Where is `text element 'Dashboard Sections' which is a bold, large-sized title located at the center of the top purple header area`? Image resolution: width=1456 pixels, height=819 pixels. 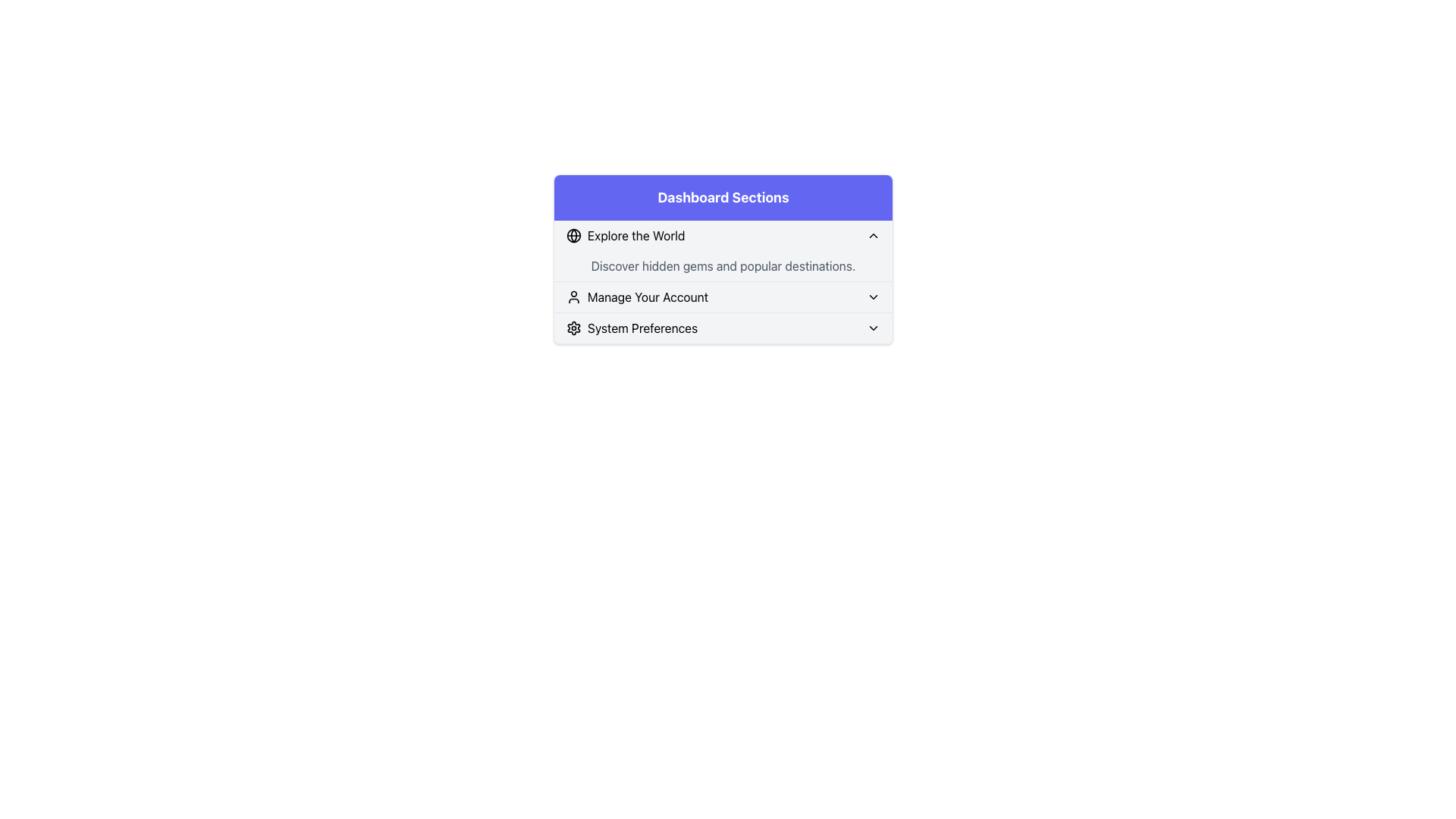 text element 'Dashboard Sections' which is a bold, large-sized title located at the center of the top purple header area is located at coordinates (723, 197).